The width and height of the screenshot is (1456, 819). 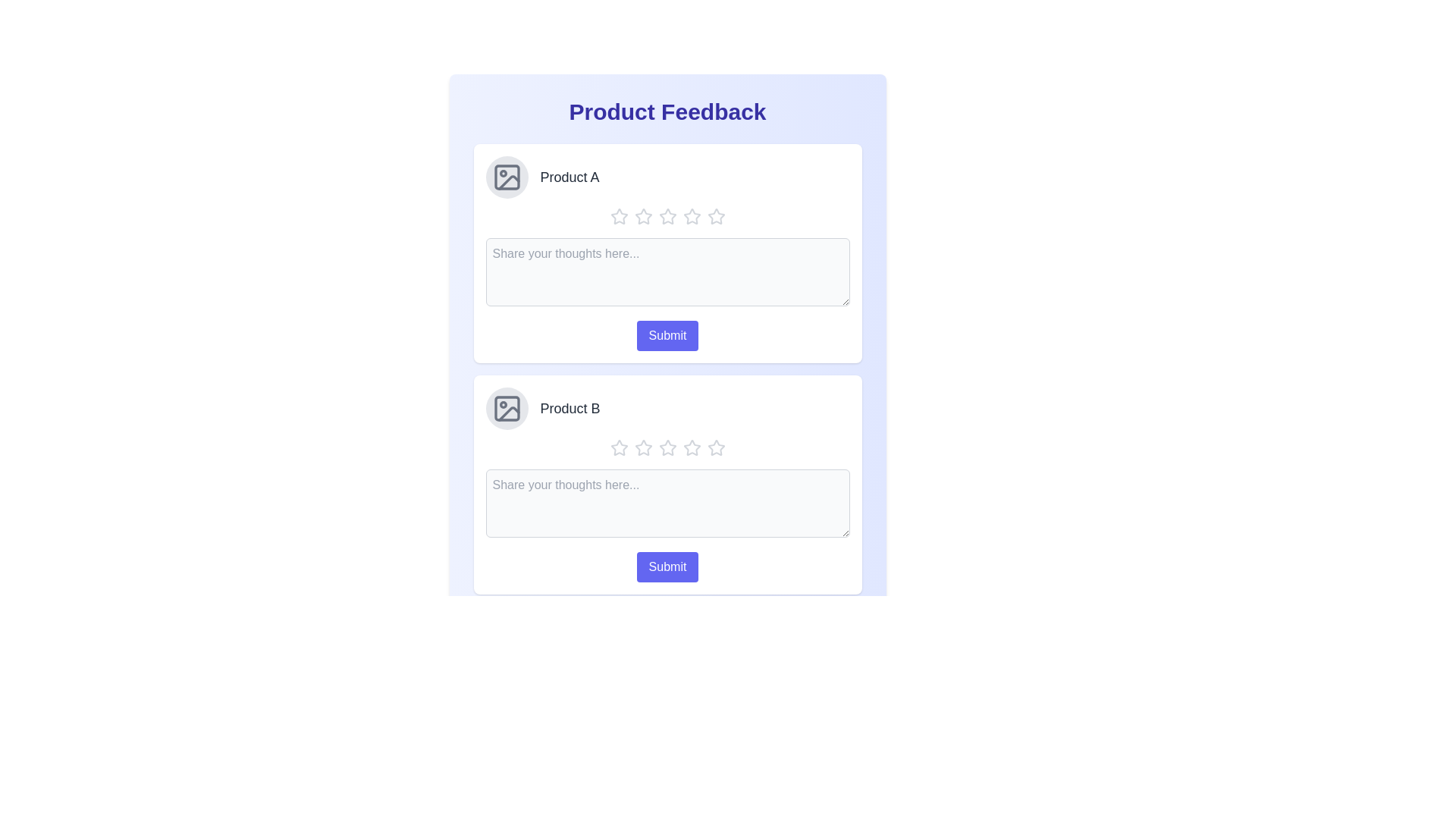 What do you see at coordinates (667, 335) in the screenshot?
I see `the 'Submit' button for the first product feedback form` at bounding box center [667, 335].